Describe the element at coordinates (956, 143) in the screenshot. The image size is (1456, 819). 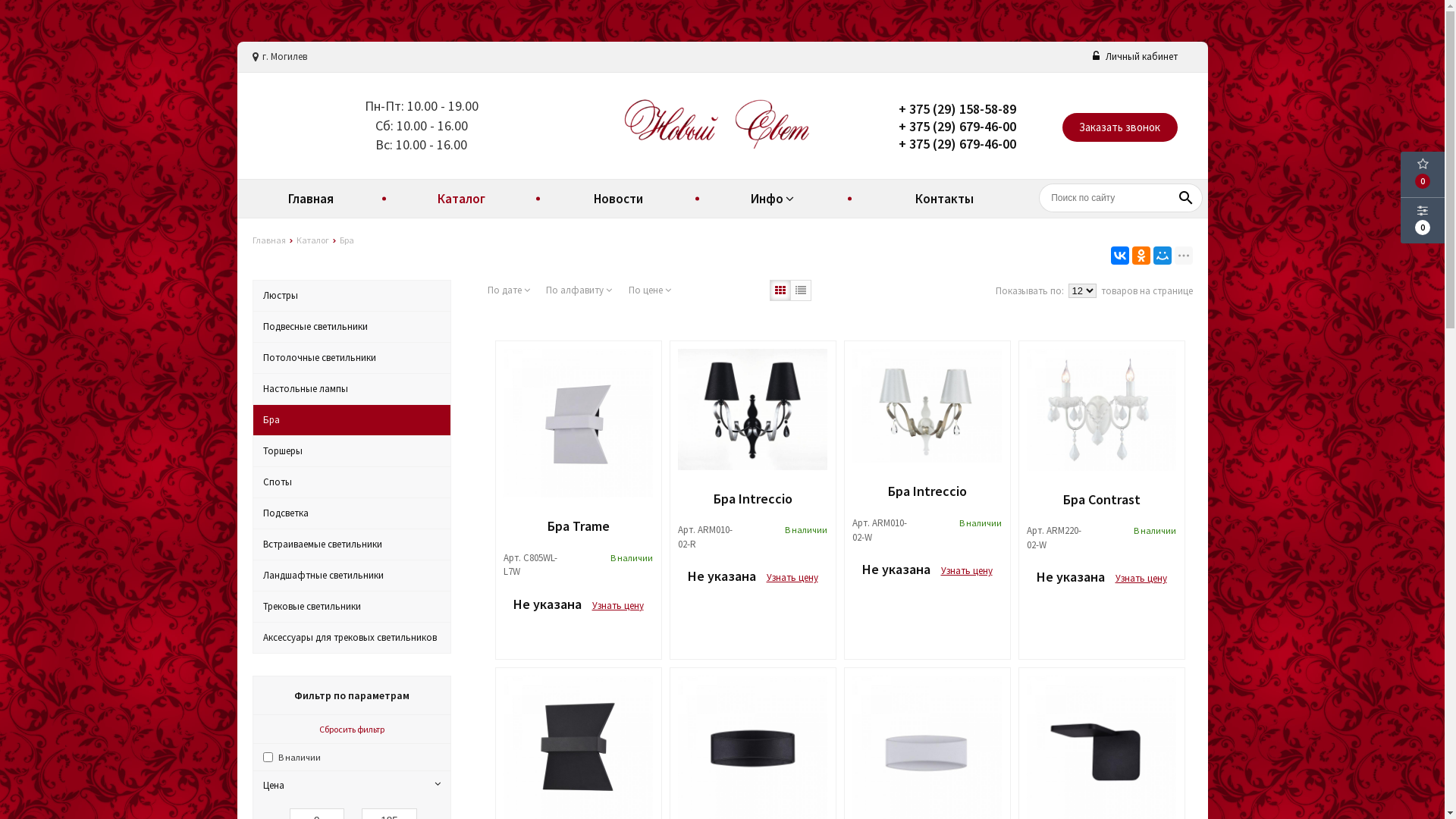
I see `'+ 375 (29) 679-46-00'` at that location.